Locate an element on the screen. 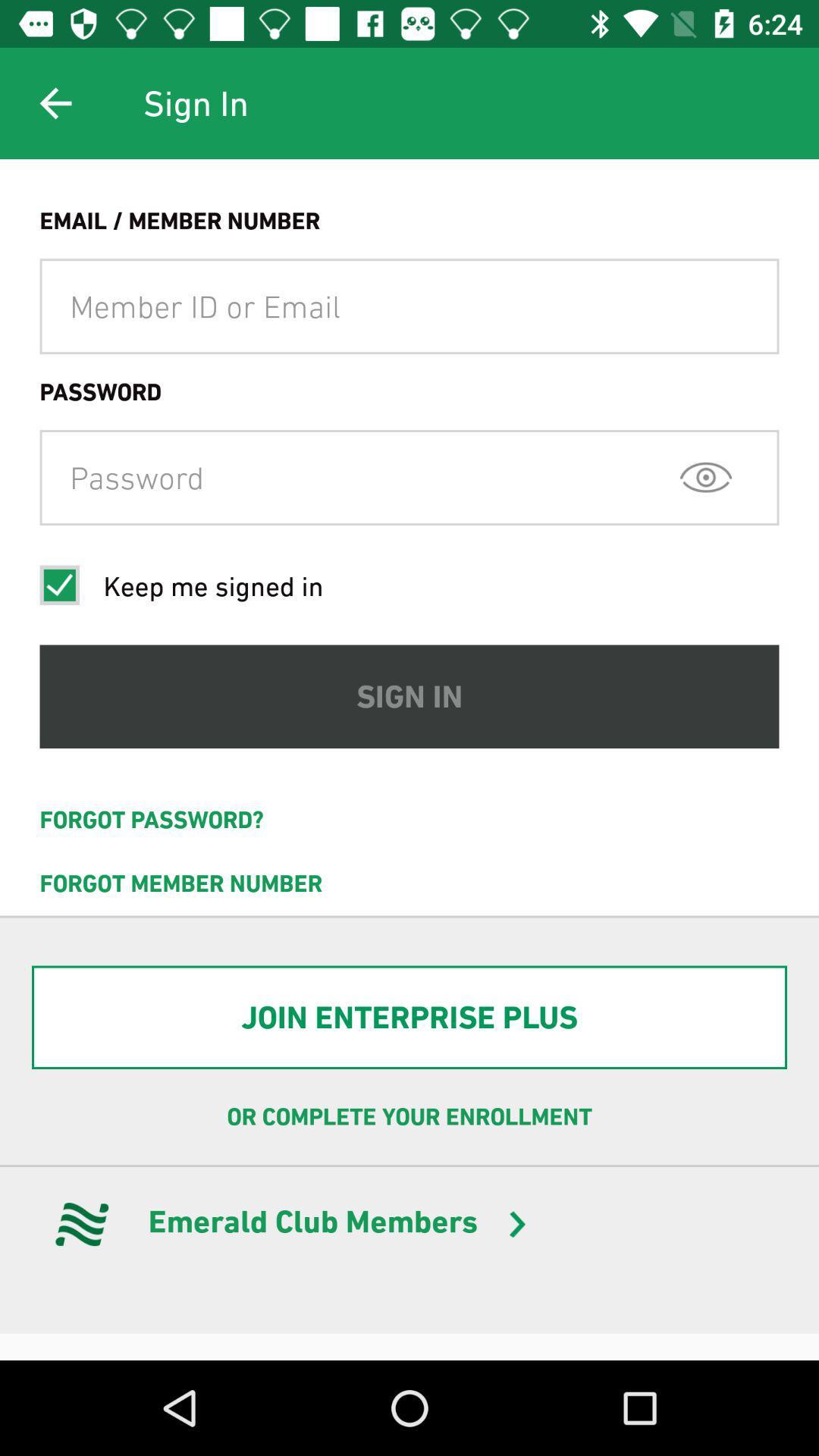  the item below the sign in is located at coordinates (409, 819).